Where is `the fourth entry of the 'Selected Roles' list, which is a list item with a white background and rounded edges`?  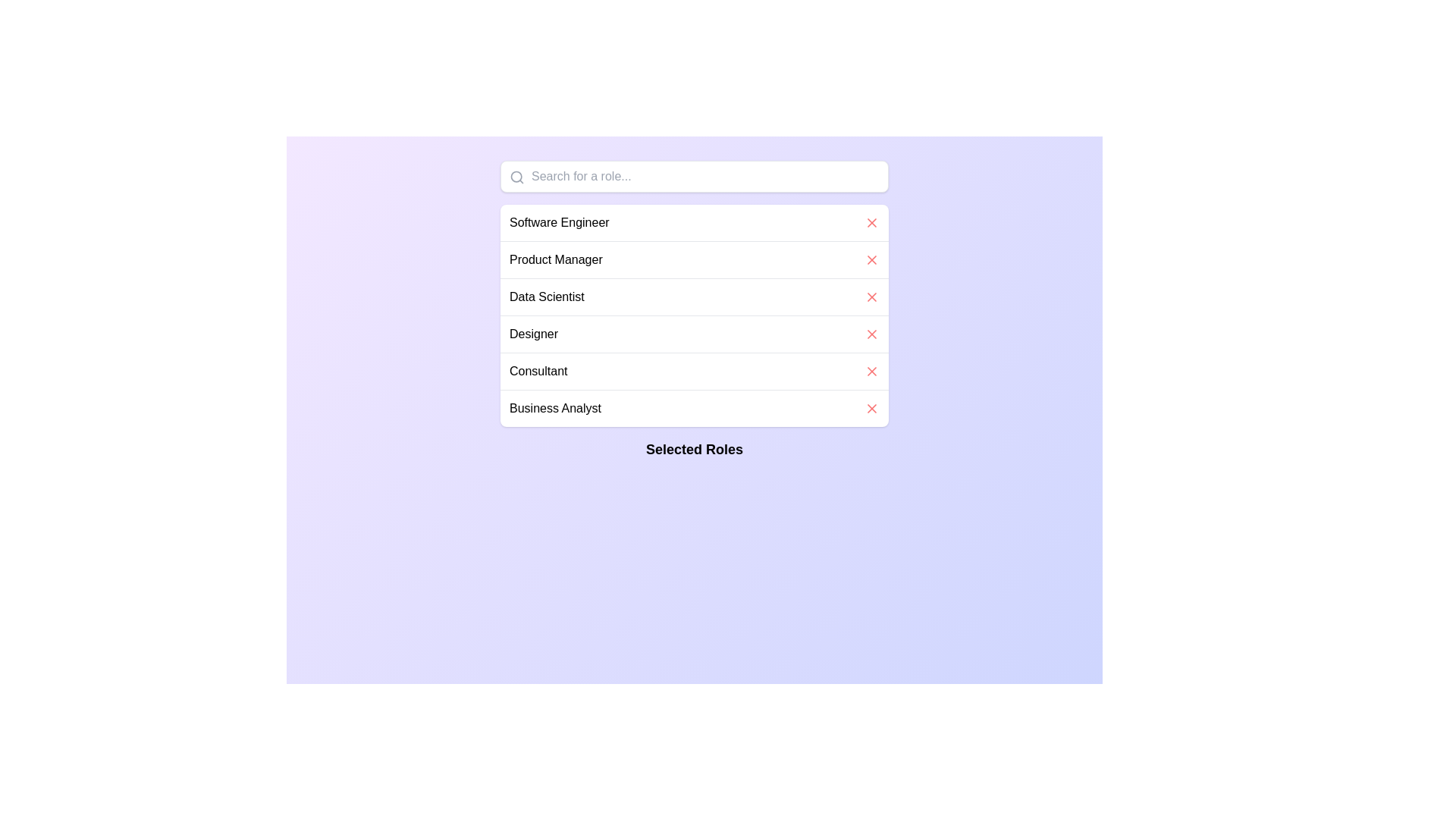
the fourth entry of the 'Selected Roles' list, which is a list item with a white background and rounded edges is located at coordinates (694, 315).